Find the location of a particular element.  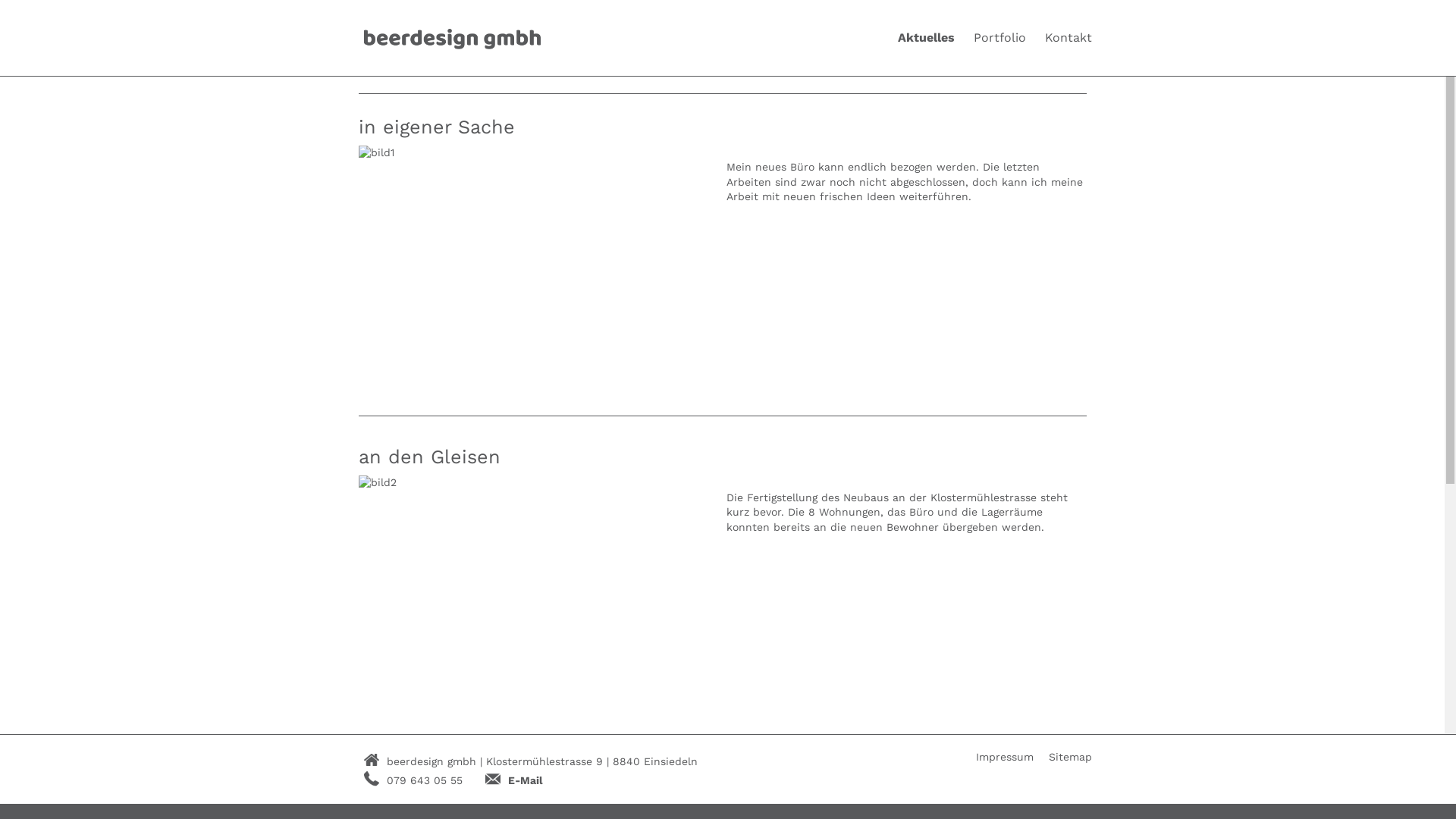

'Aktuelles' is located at coordinates (925, 37).